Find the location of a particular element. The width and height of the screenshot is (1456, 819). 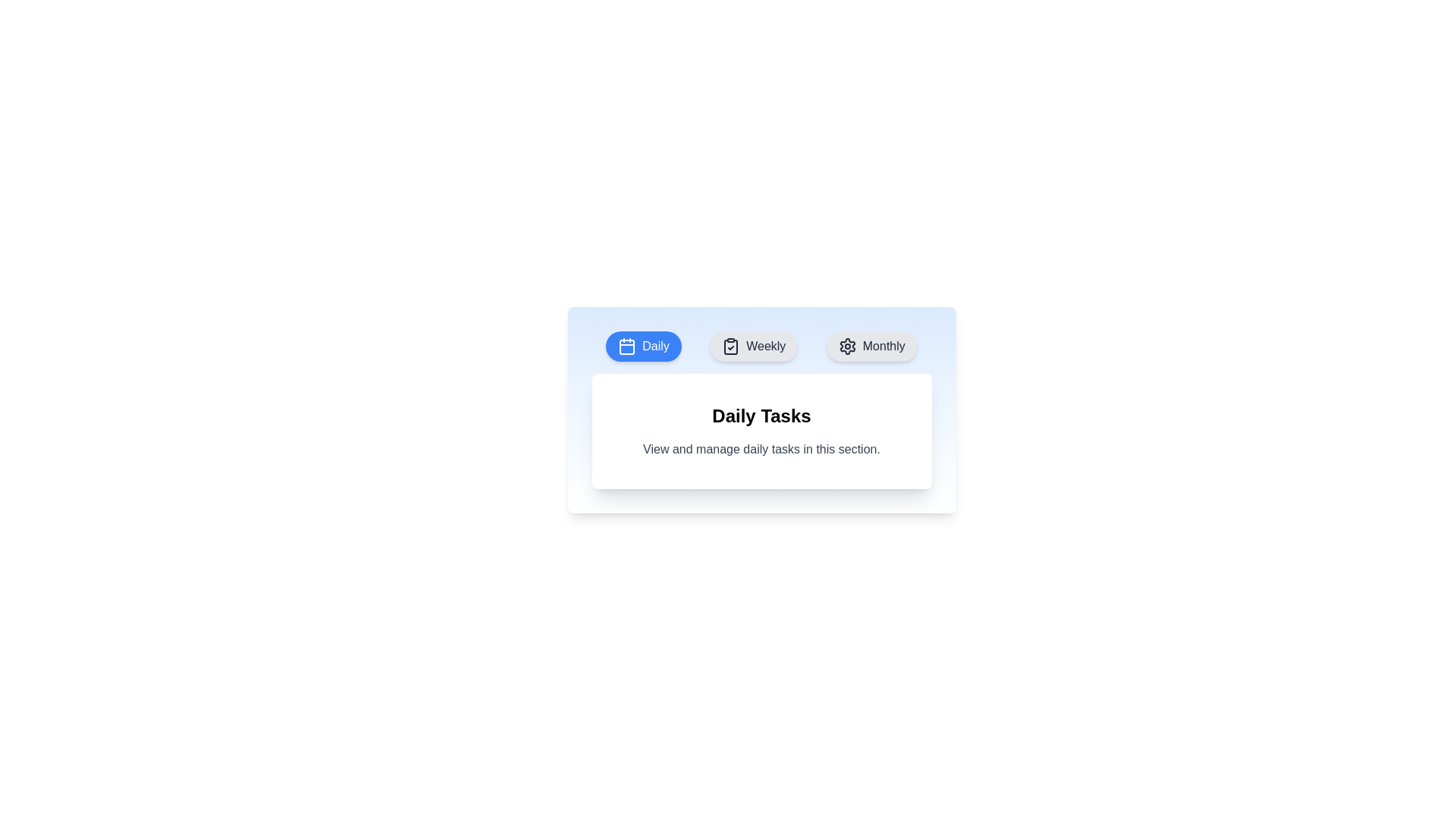

the Monthly tab to view its content is located at coordinates (871, 346).